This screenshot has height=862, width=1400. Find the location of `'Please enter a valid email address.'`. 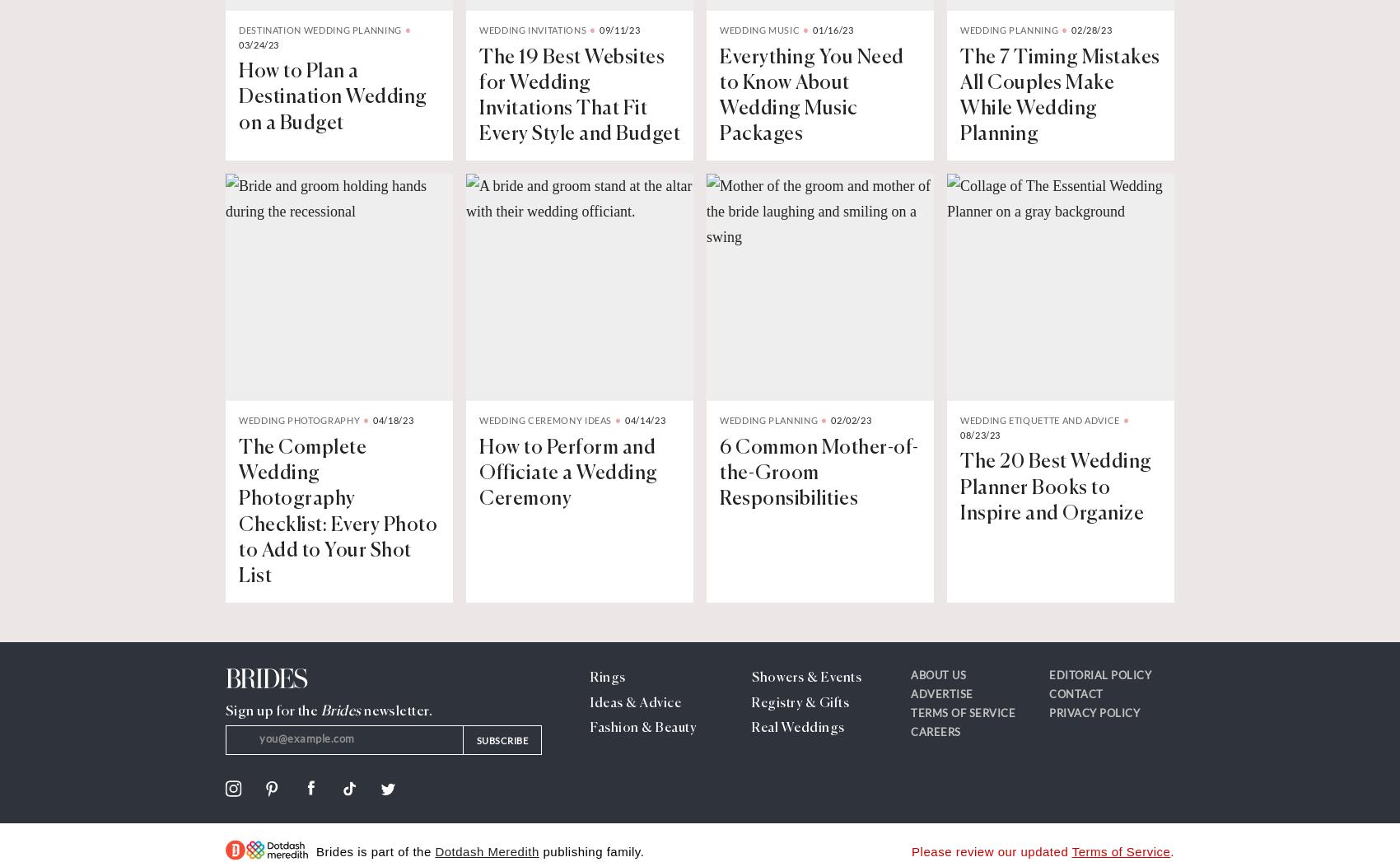

'Please enter a valid email address.' is located at coordinates (318, 767).